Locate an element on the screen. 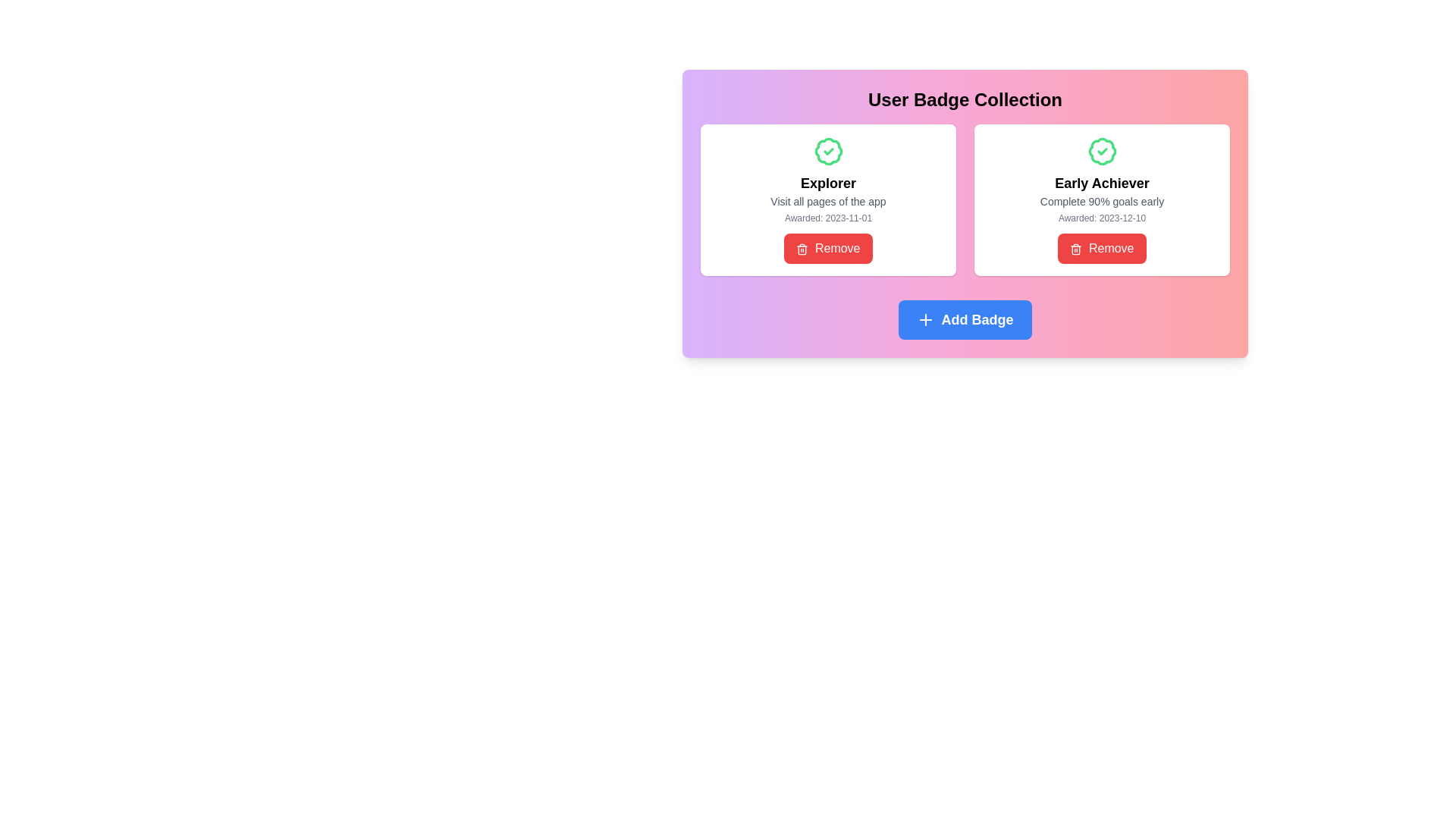  the green outlined circle badge icon with a checkmark in the center, located at the top center of the card titled 'Explorer' in the 'User Badge Collection' section is located at coordinates (827, 152).